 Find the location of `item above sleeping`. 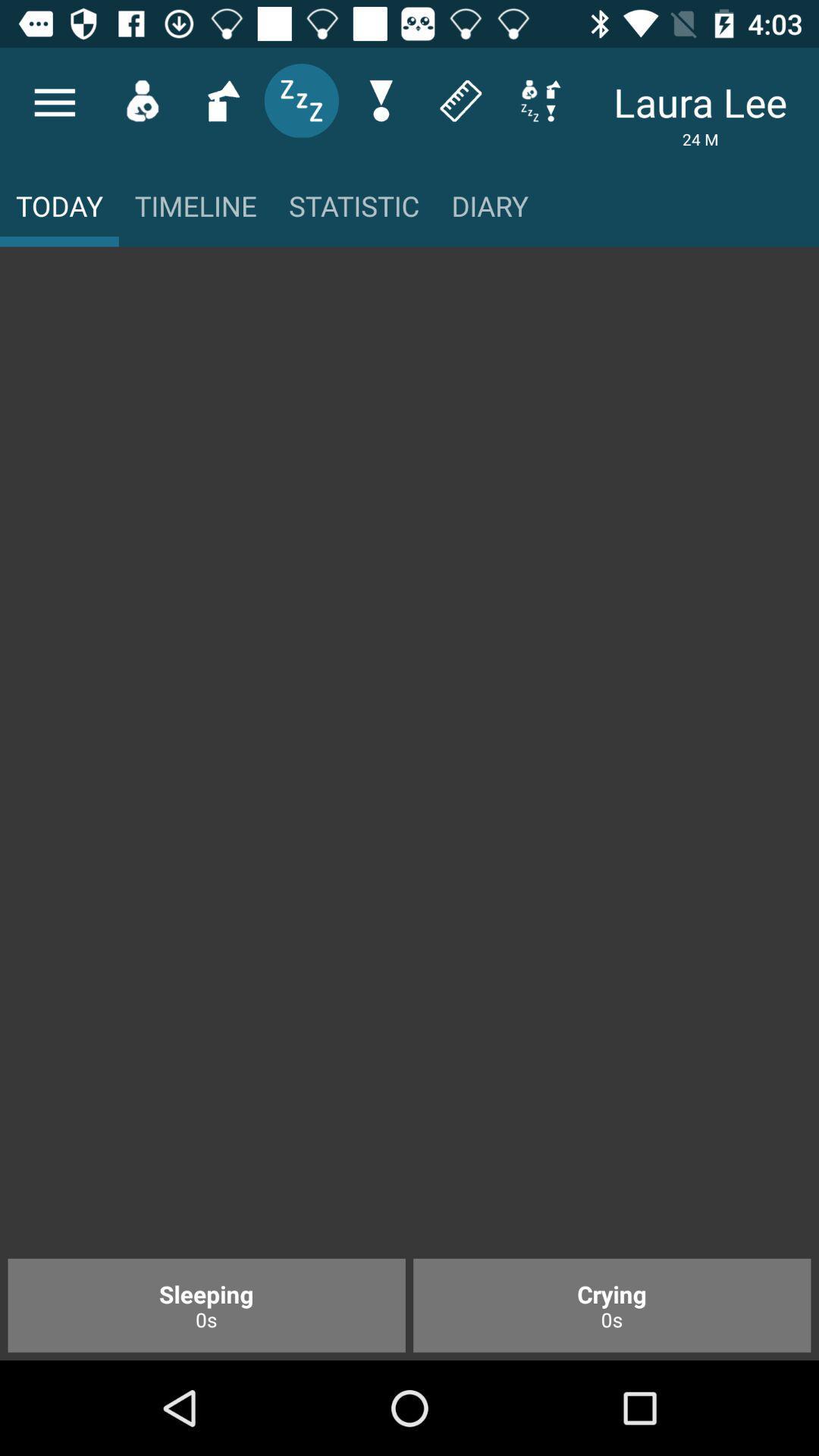

item above sleeping is located at coordinates (409, 761).